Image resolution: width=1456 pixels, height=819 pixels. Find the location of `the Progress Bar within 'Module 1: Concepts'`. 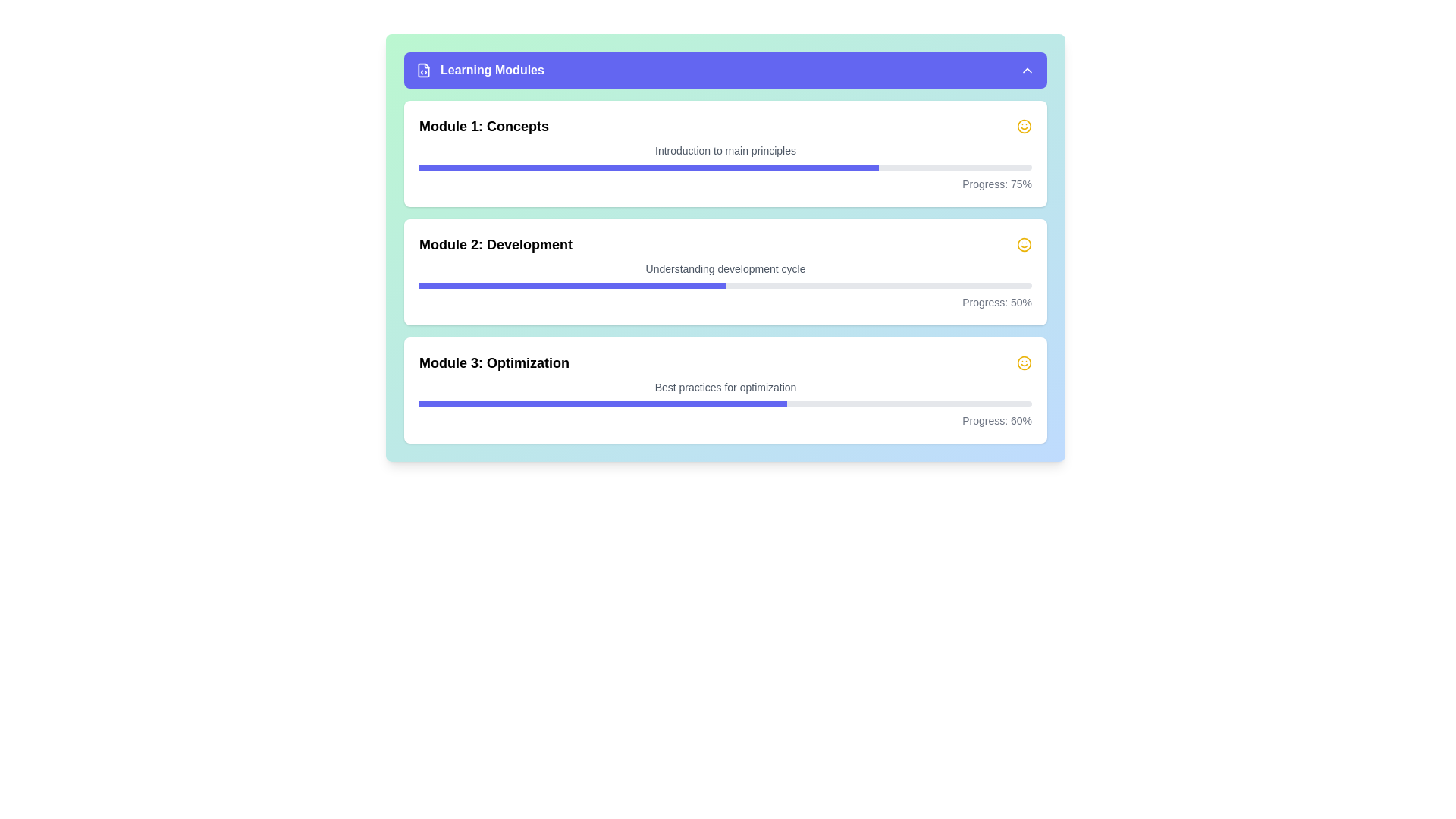

the Progress Bar within 'Module 1: Concepts' is located at coordinates (724, 167).